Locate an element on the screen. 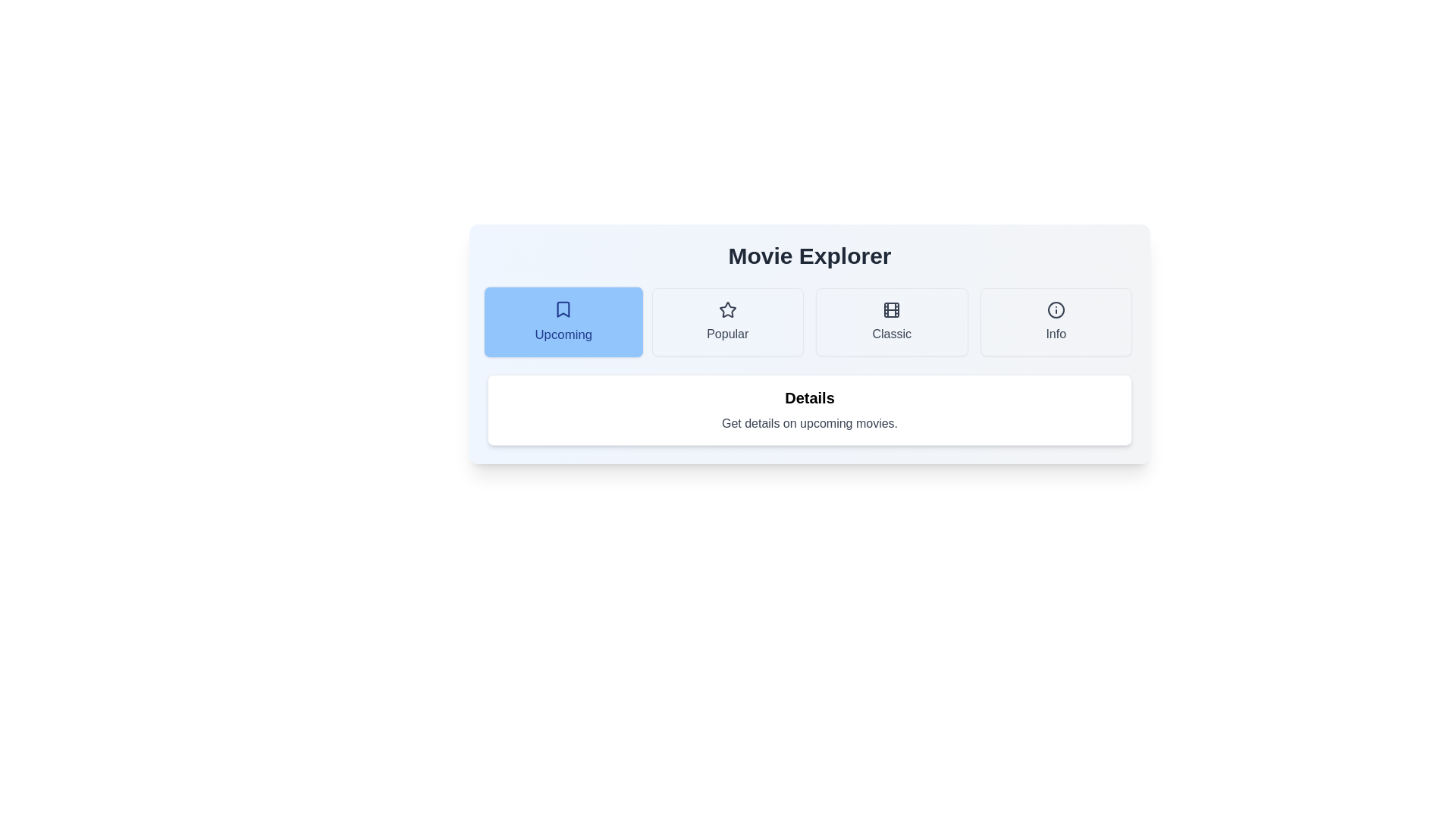  the text label that contains the word 'Classic', which is styled with a medium-weight font and is positioned below the film strip icon in the third position from the left under the 'Movie Explorer' heading is located at coordinates (892, 333).